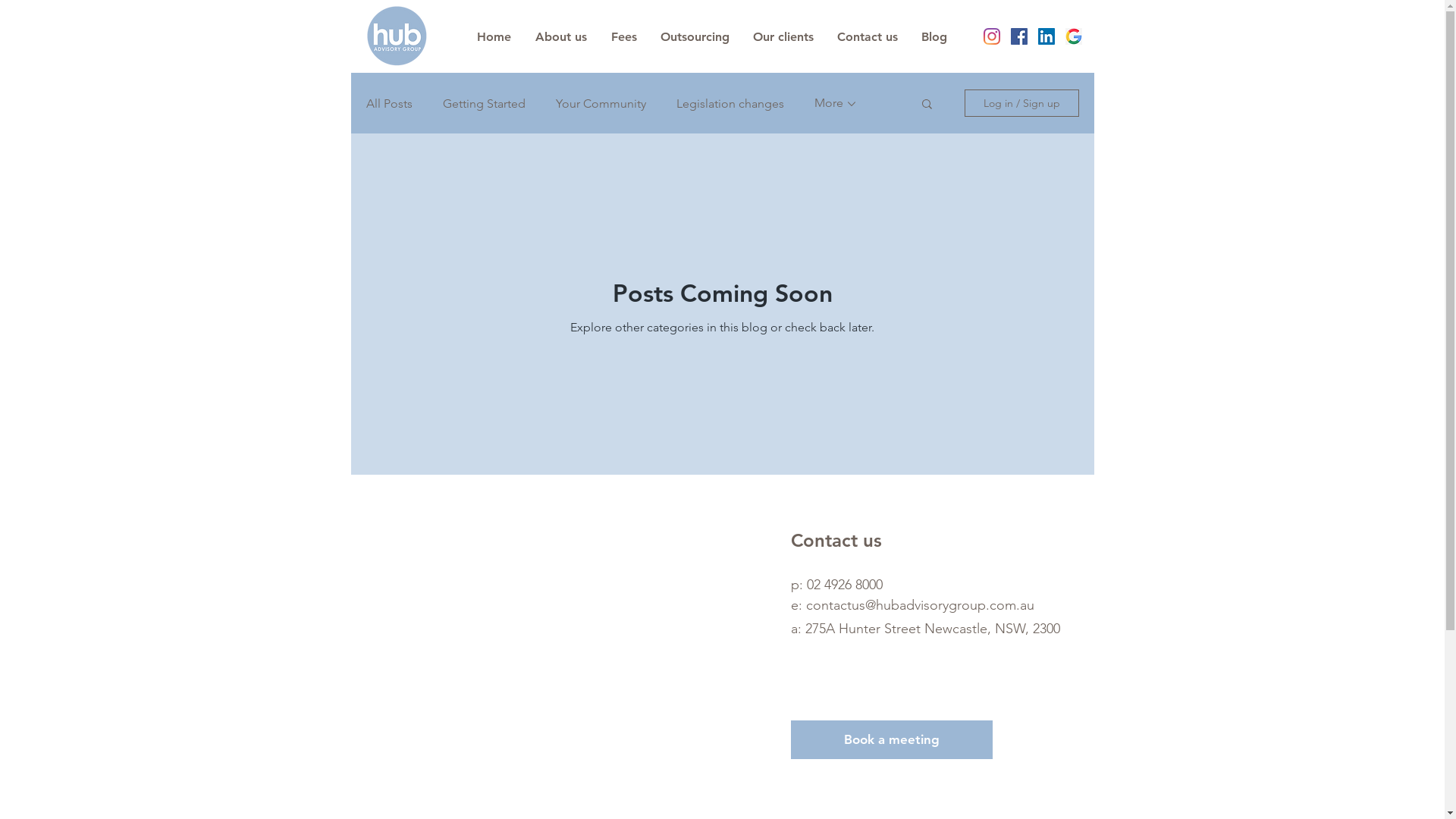  I want to click on 'Google Maps', so click(569, 645).